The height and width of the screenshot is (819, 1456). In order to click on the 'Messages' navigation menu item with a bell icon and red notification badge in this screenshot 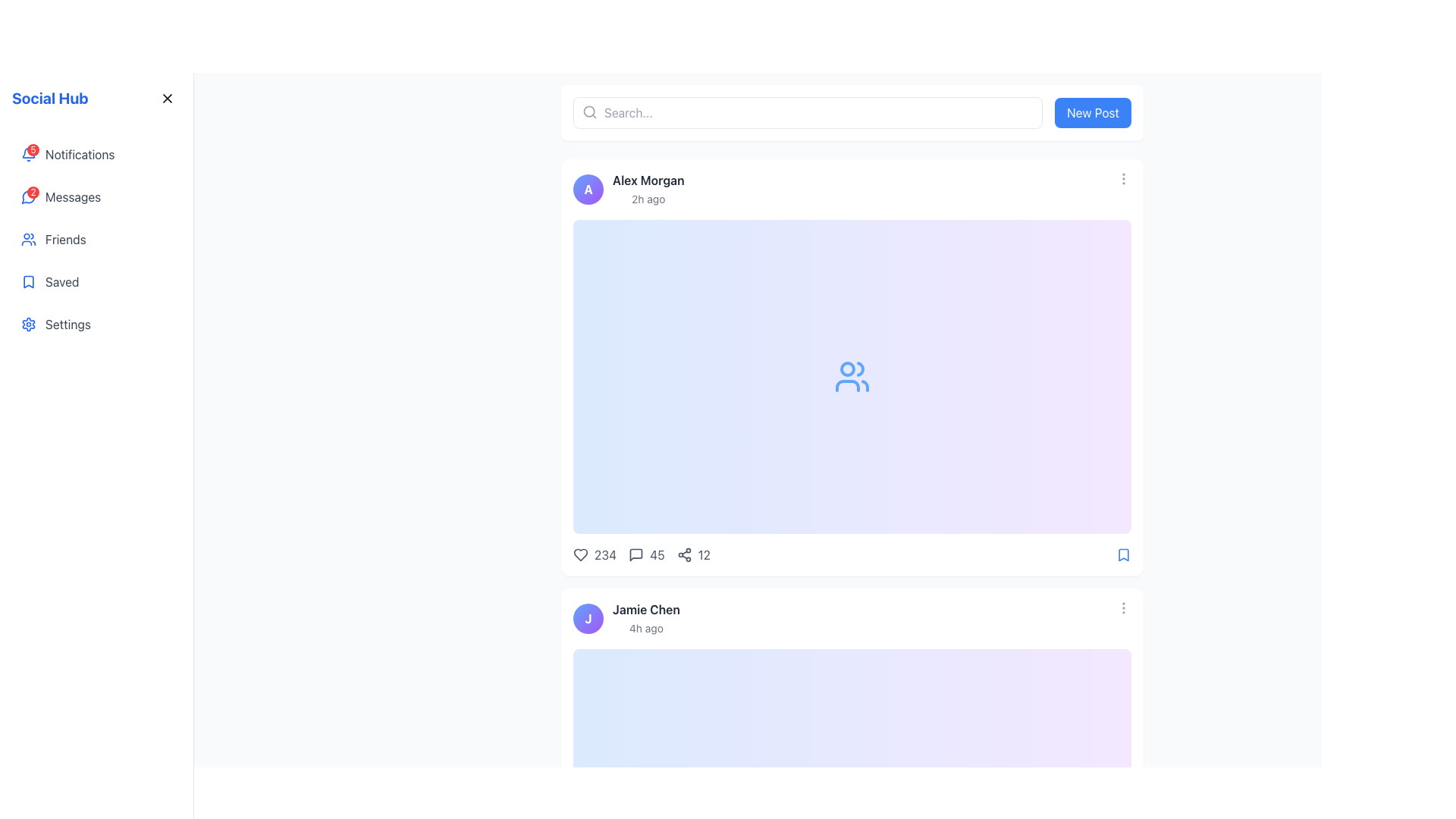, I will do `click(96, 196)`.